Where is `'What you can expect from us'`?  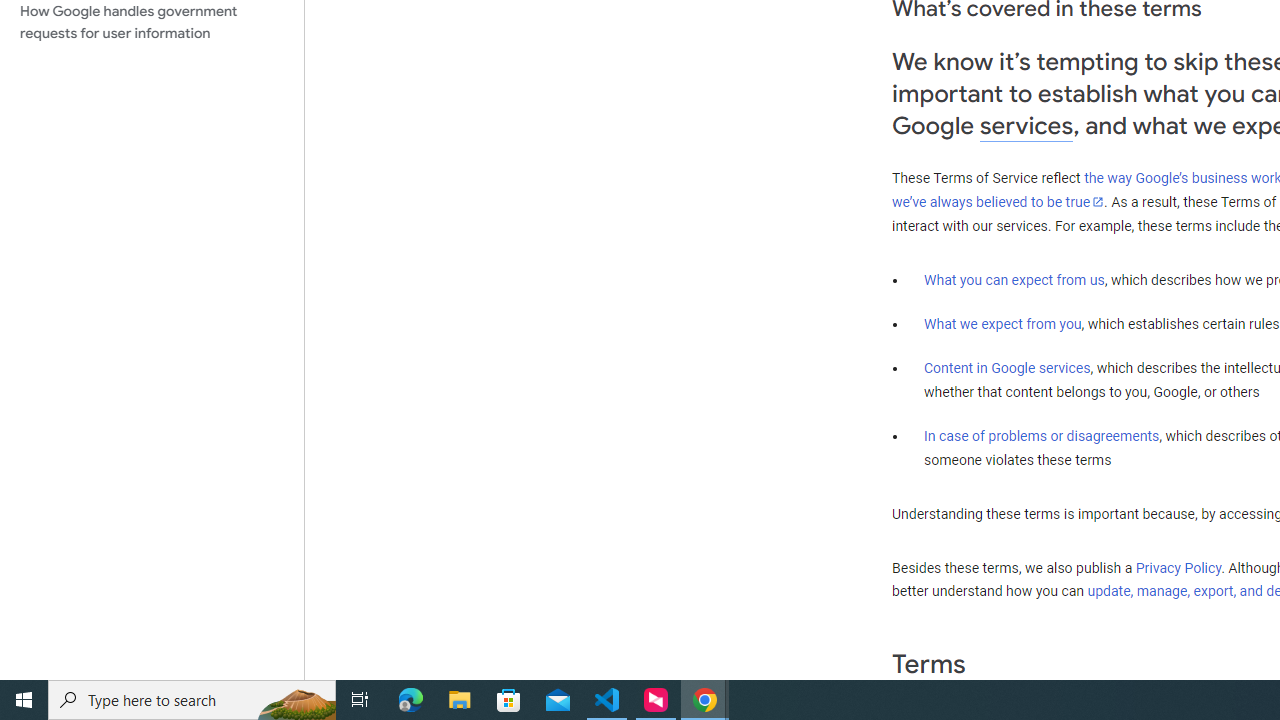
'What you can expect from us' is located at coordinates (1014, 279).